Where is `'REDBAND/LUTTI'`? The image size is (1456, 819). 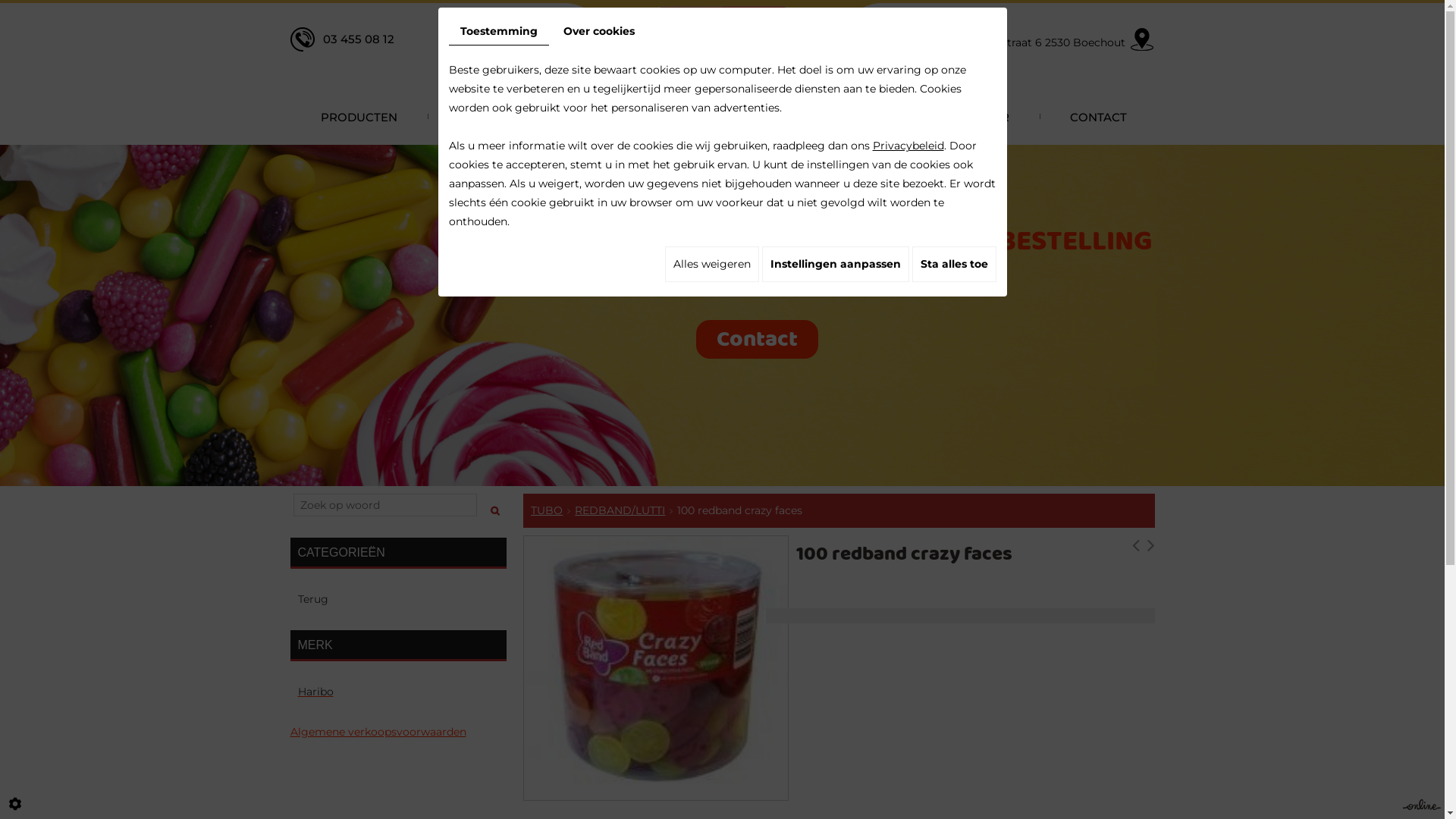
'REDBAND/LUTTI' is located at coordinates (620, 510).